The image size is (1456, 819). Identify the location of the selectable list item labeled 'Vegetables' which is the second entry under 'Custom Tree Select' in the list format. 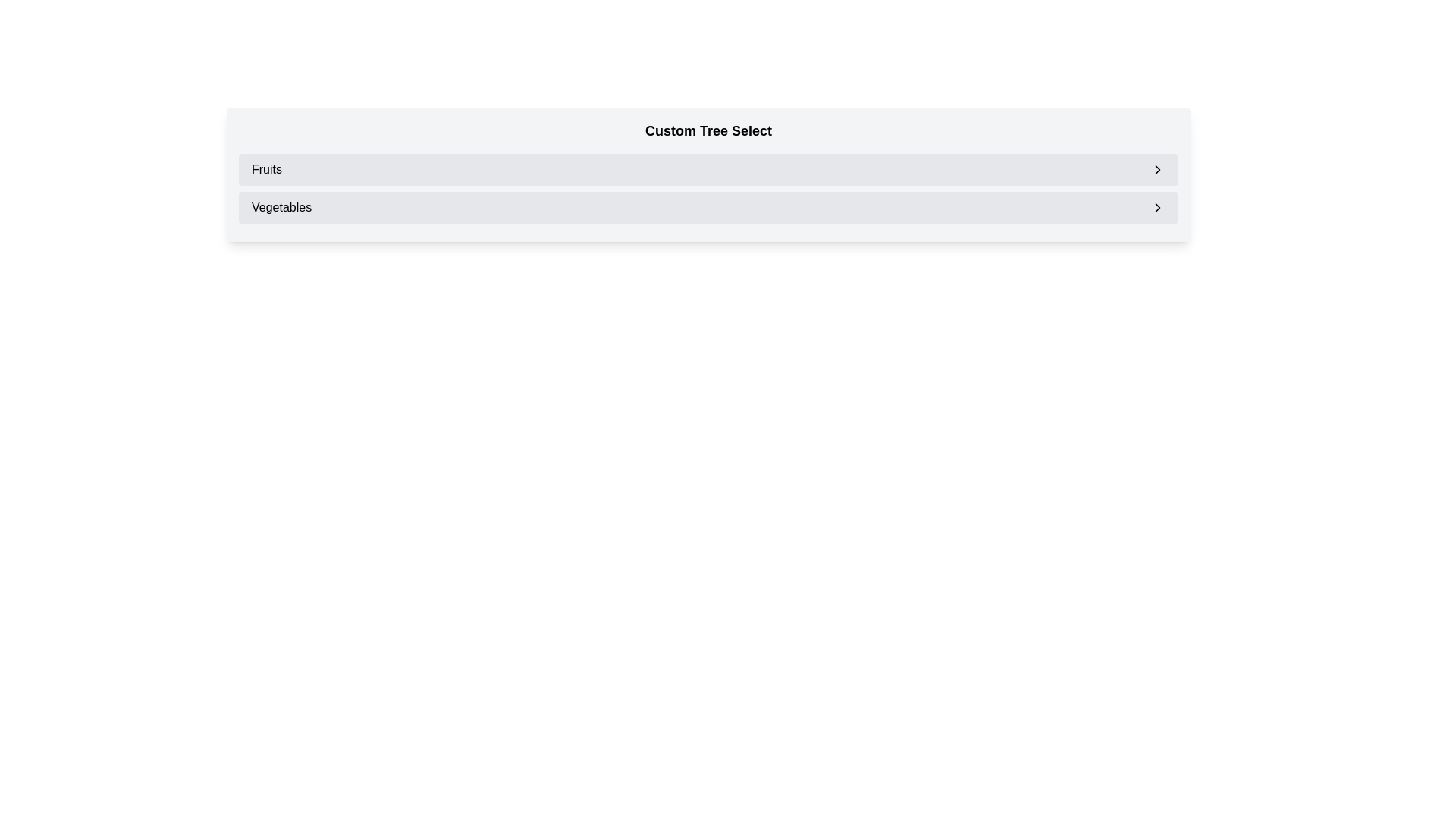
(708, 207).